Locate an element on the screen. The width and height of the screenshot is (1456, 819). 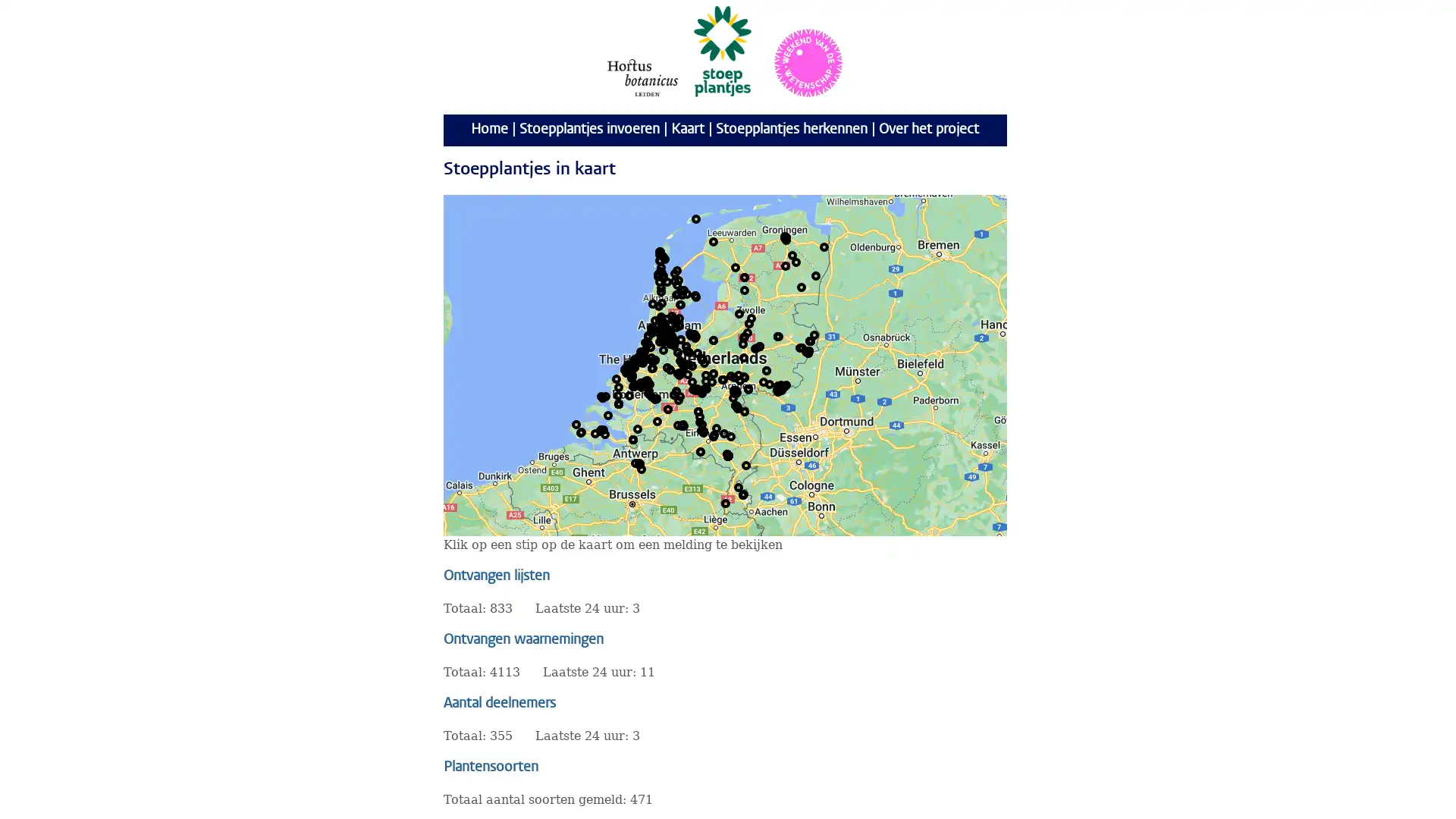
Telling van Ton Frenken op 24 april 2022 is located at coordinates (728, 454).